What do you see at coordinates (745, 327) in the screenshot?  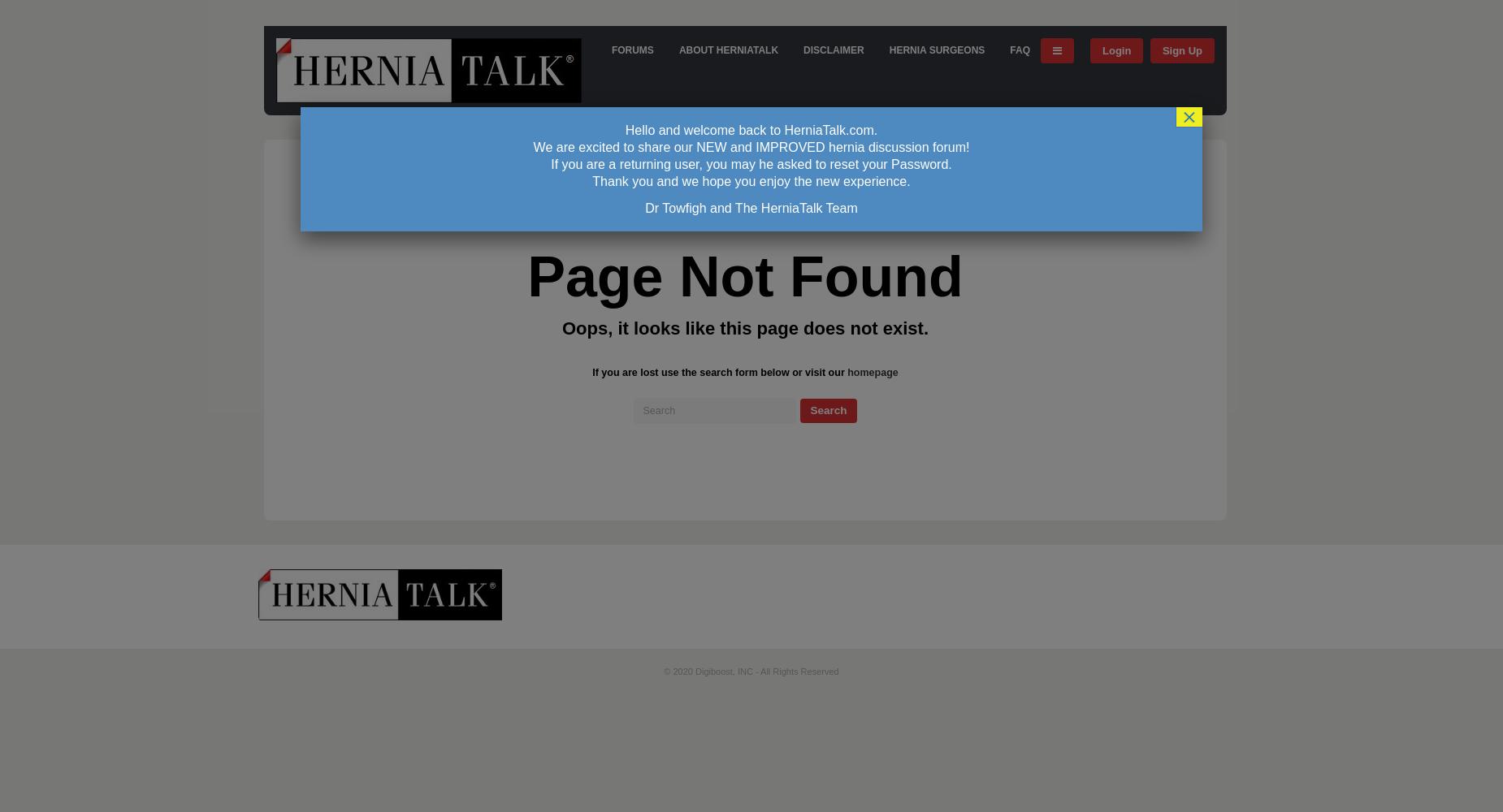 I see `'Oops, it looks like this page does not exist.'` at bounding box center [745, 327].